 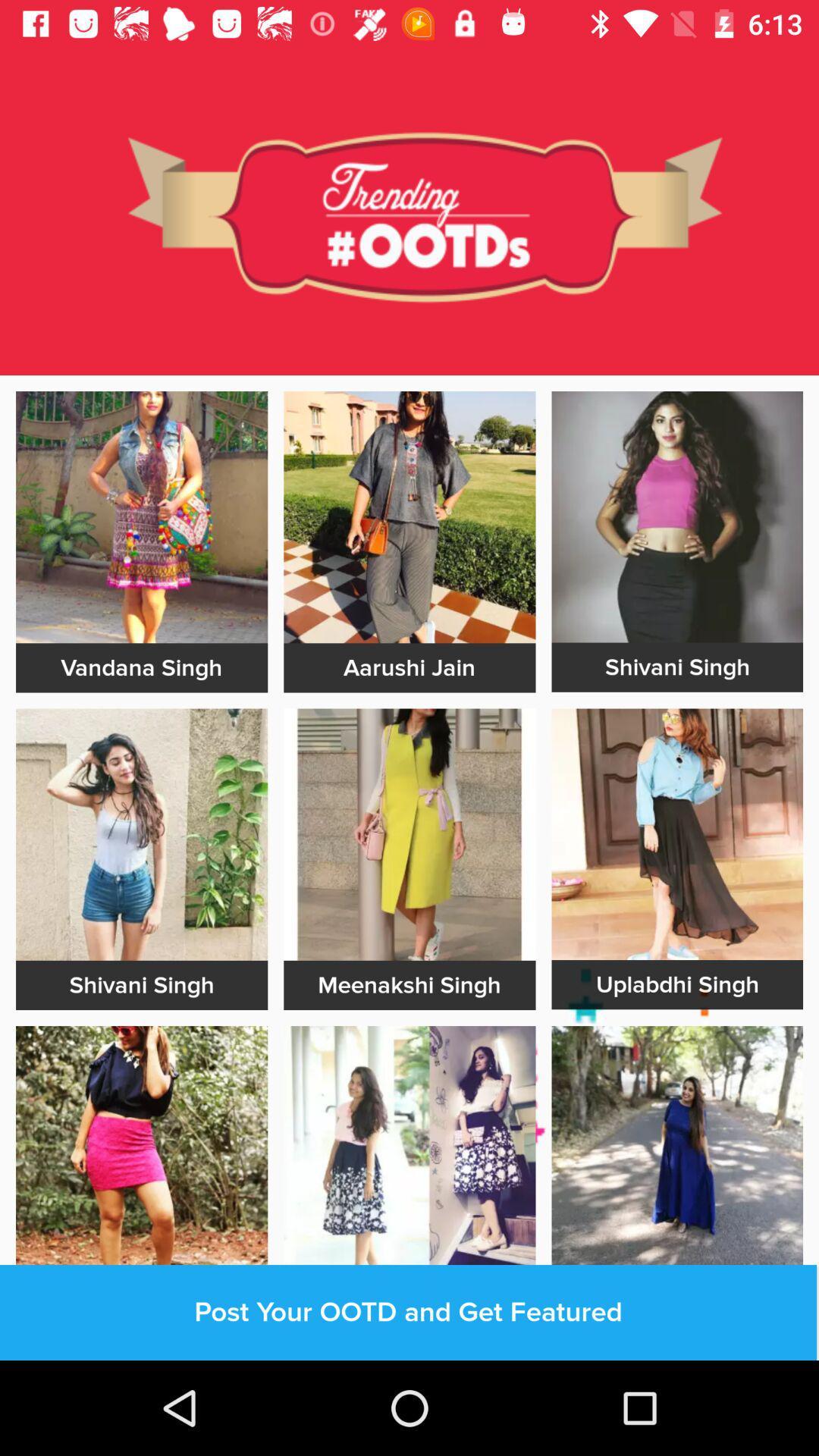 I want to click on advertisement page, so click(x=676, y=1151).